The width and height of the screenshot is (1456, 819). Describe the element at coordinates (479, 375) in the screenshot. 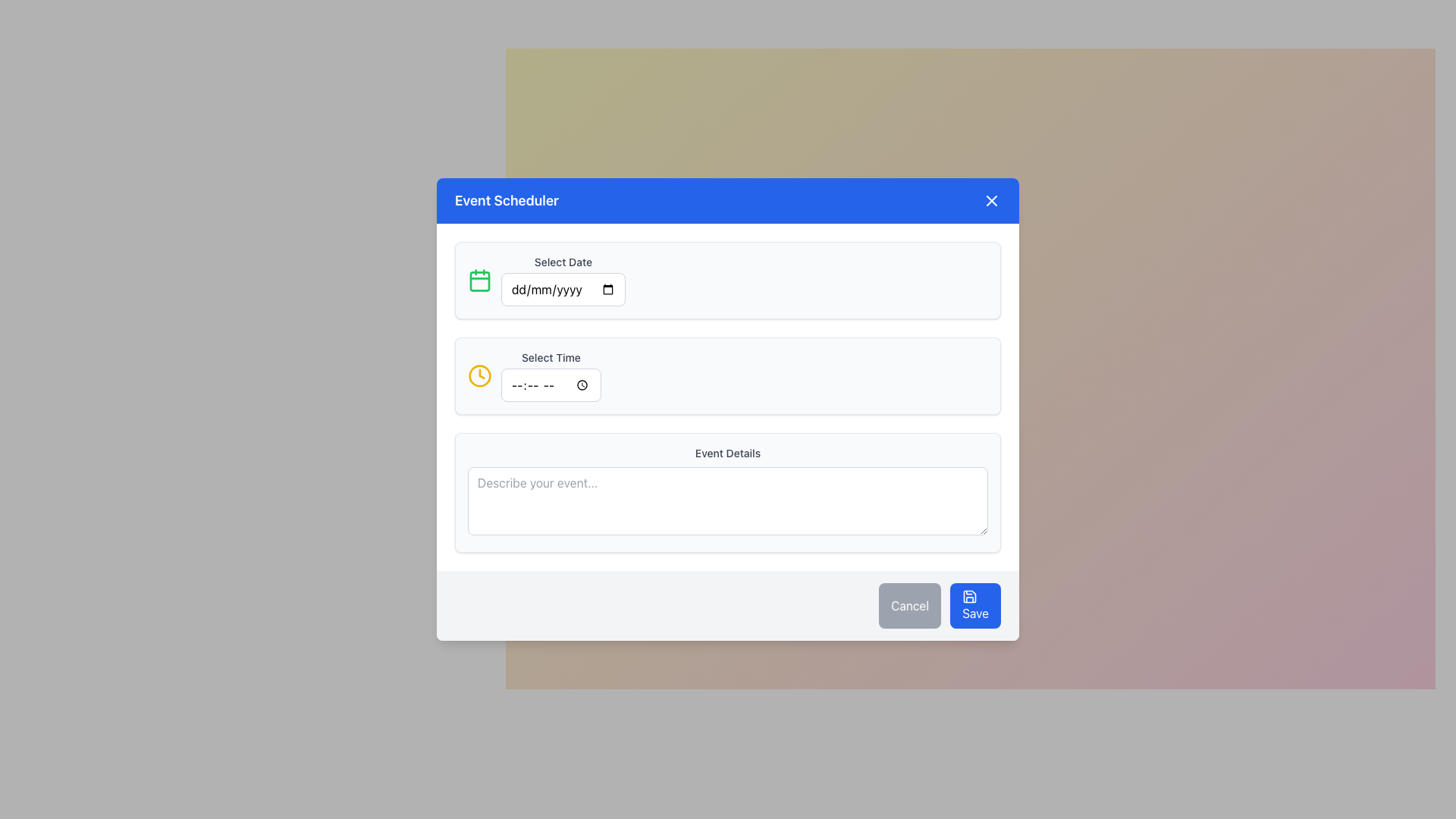

I see `the circular yellow clock icon located to the left of the 'Select Time' text for auxiliary actions` at that location.